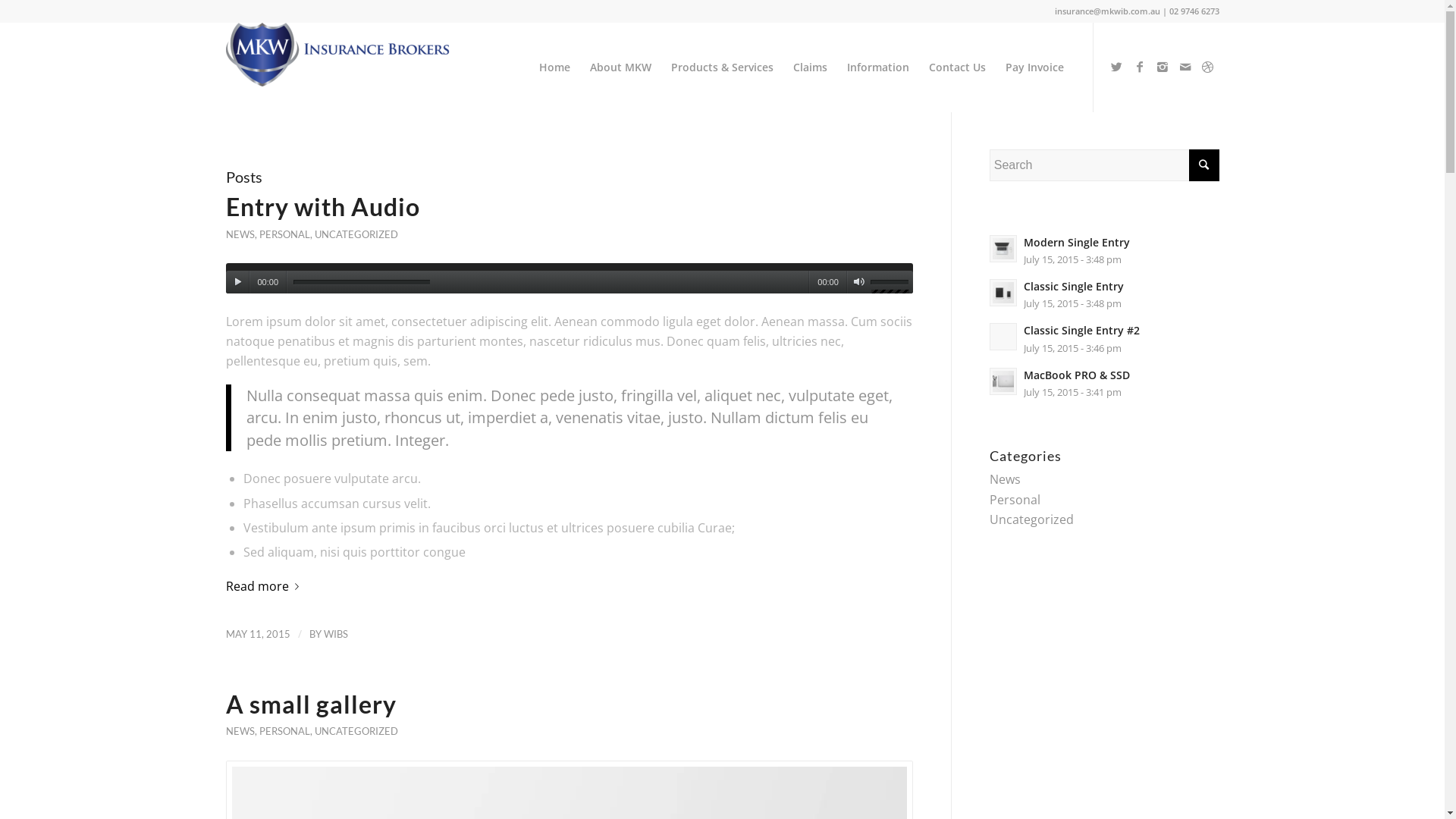 This screenshot has height=819, width=1456. Describe the element at coordinates (259, 234) in the screenshot. I see `'PERSONAL'` at that location.